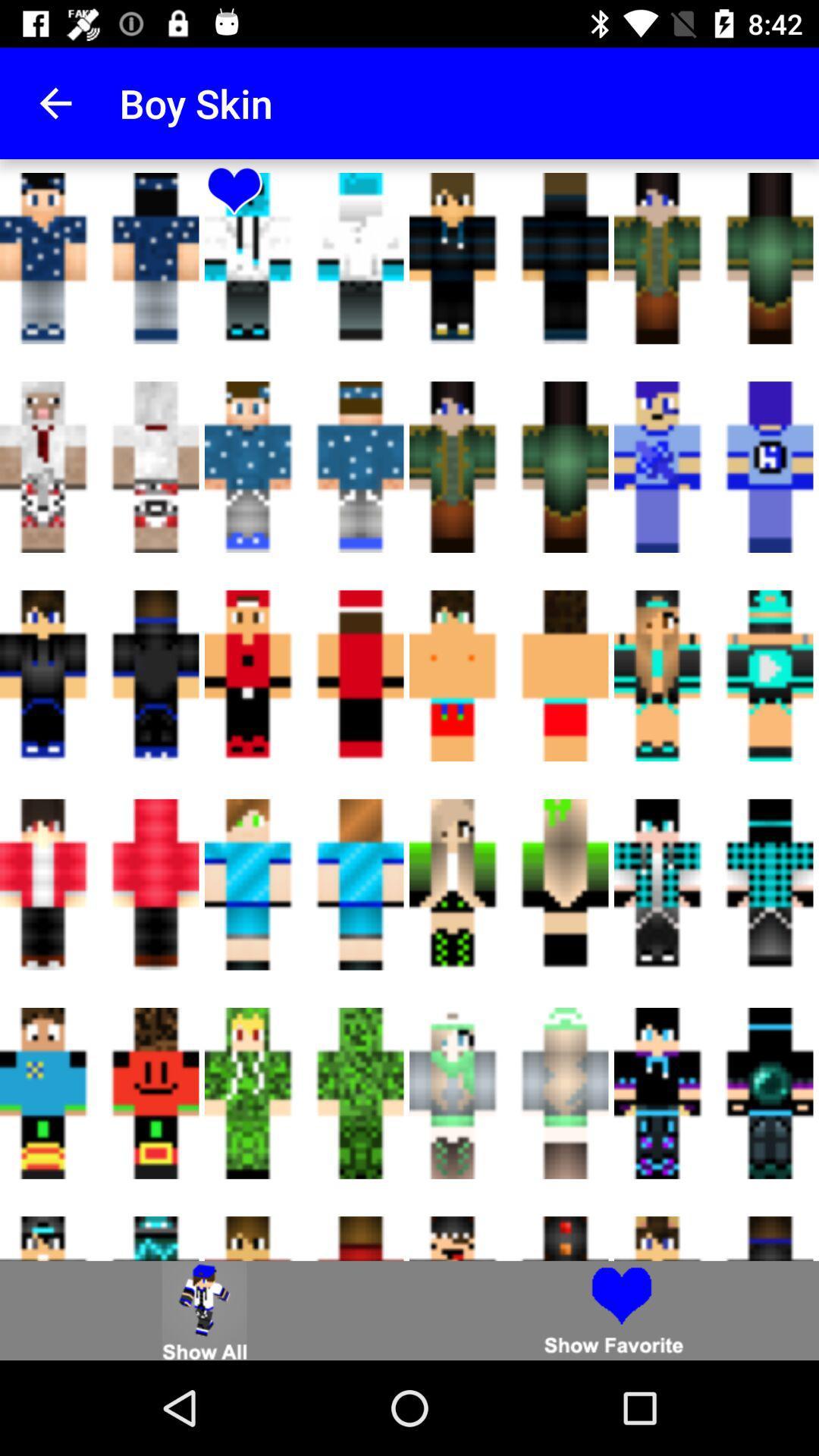 The width and height of the screenshot is (819, 1456). I want to click on show all skins, so click(205, 1310).